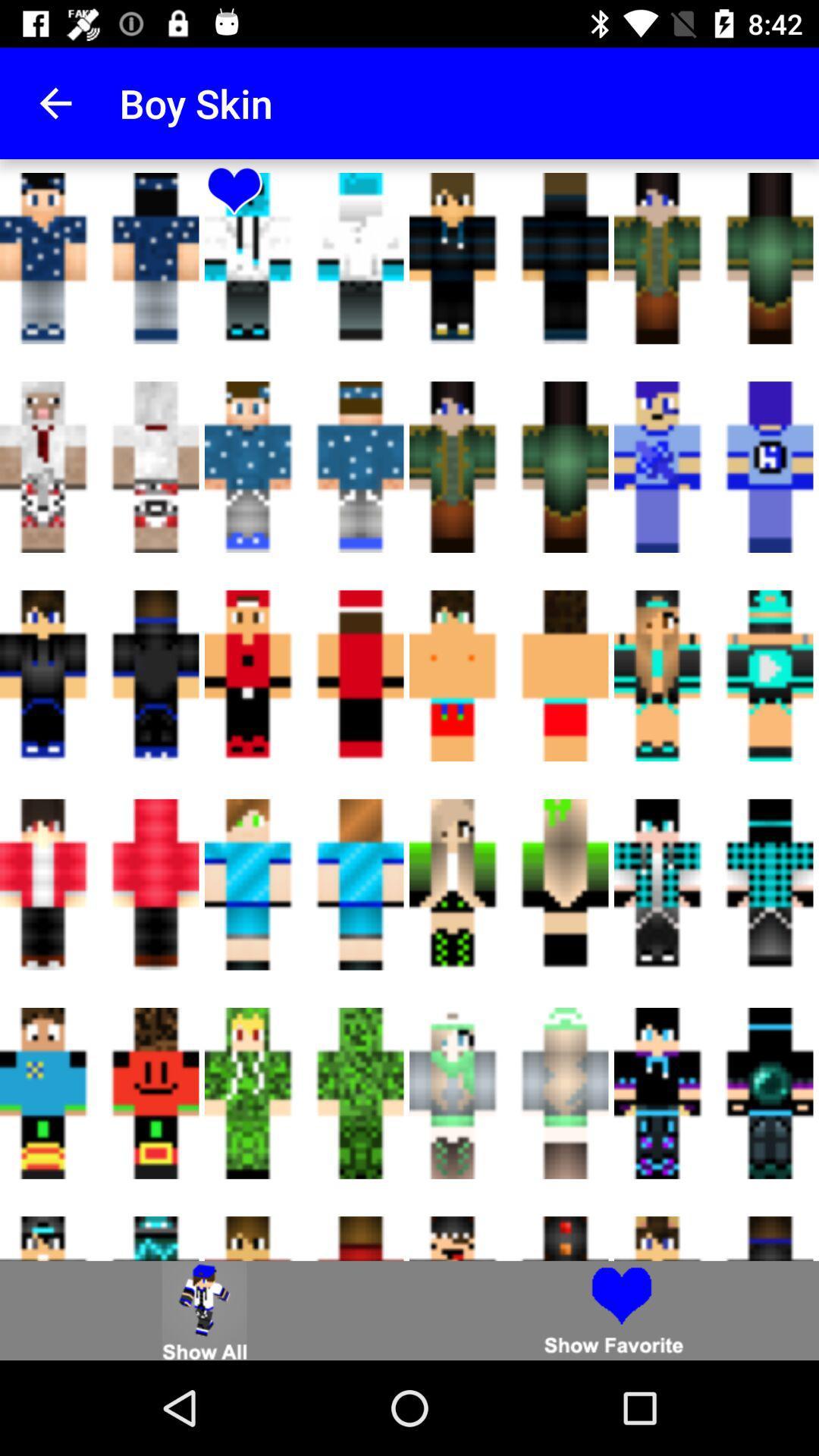 The width and height of the screenshot is (819, 1456). I want to click on show all skins, so click(205, 1310).